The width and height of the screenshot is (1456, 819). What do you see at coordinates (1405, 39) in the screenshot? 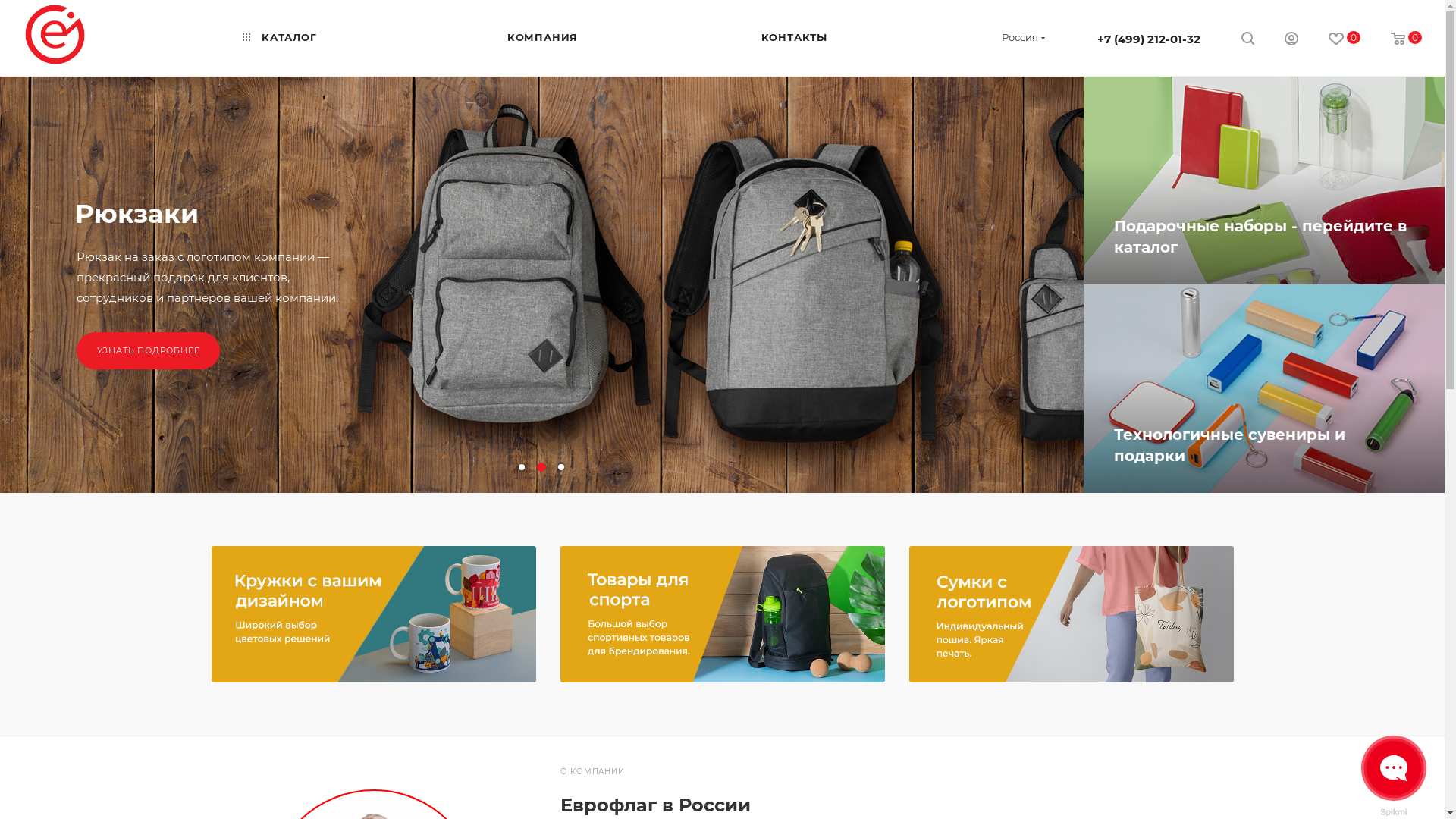
I see `'0'` at bounding box center [1405, 39].